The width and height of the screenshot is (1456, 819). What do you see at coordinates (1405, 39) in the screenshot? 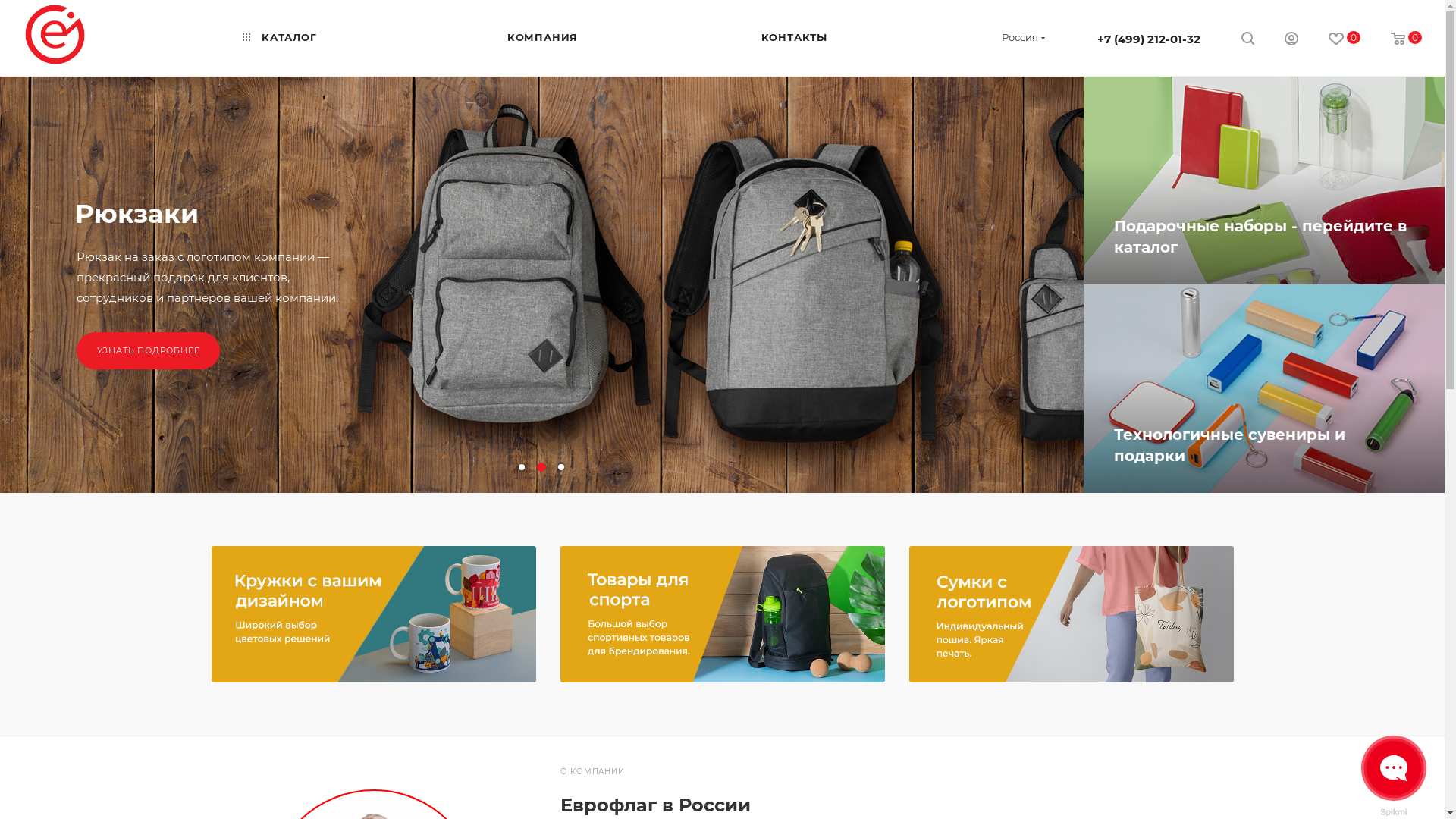
I see `'0'` at bounding box center [1405, 39].